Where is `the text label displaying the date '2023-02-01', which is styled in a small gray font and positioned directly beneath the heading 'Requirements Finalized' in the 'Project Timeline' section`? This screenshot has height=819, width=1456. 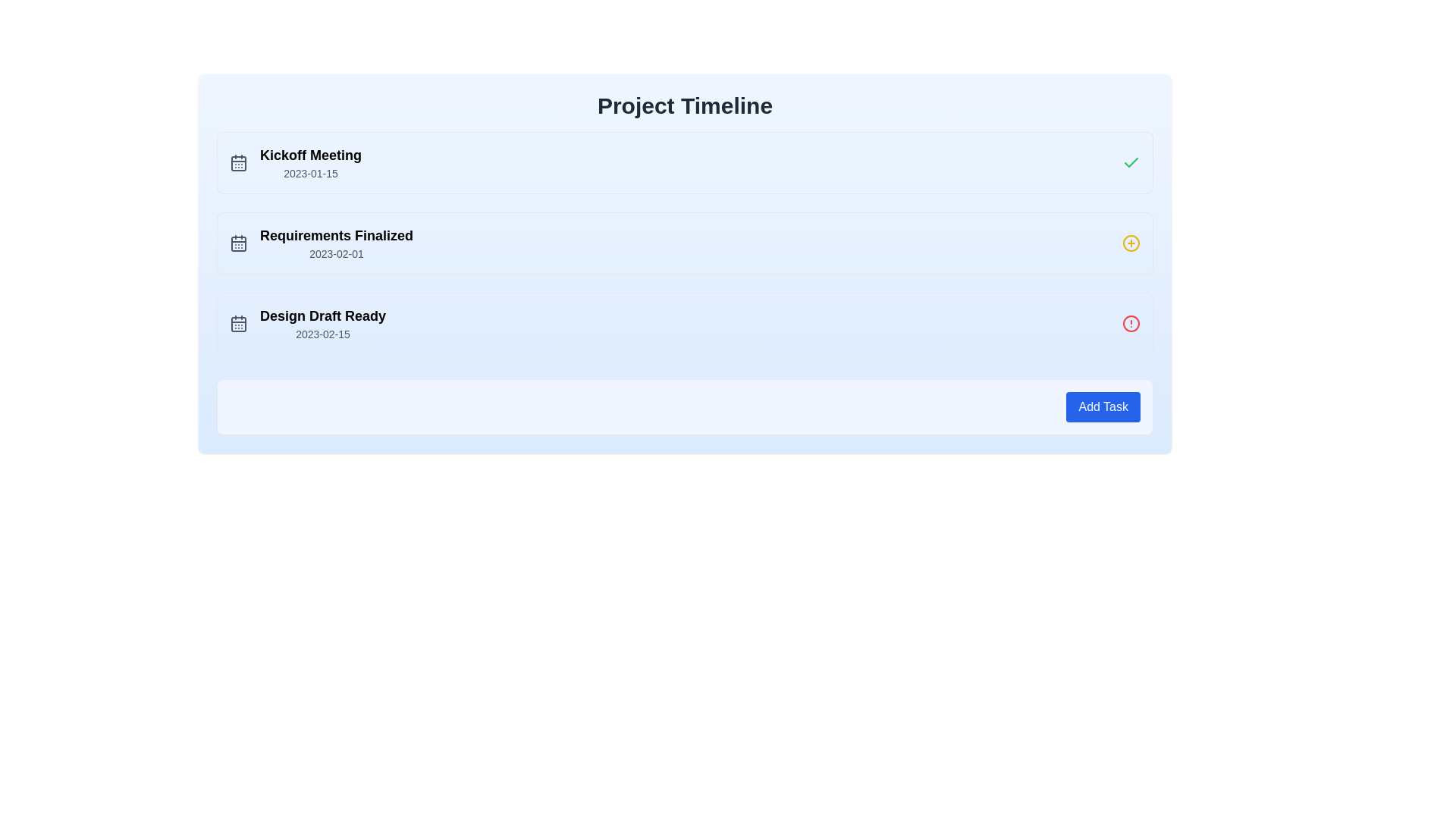 the text label displaying the date '2023-02-01', which is styled in a small gray font and positioned directly beneath the heading 'Requirements Finalized' in the 'Project Timeline' section is located at coordinates (336, 253).